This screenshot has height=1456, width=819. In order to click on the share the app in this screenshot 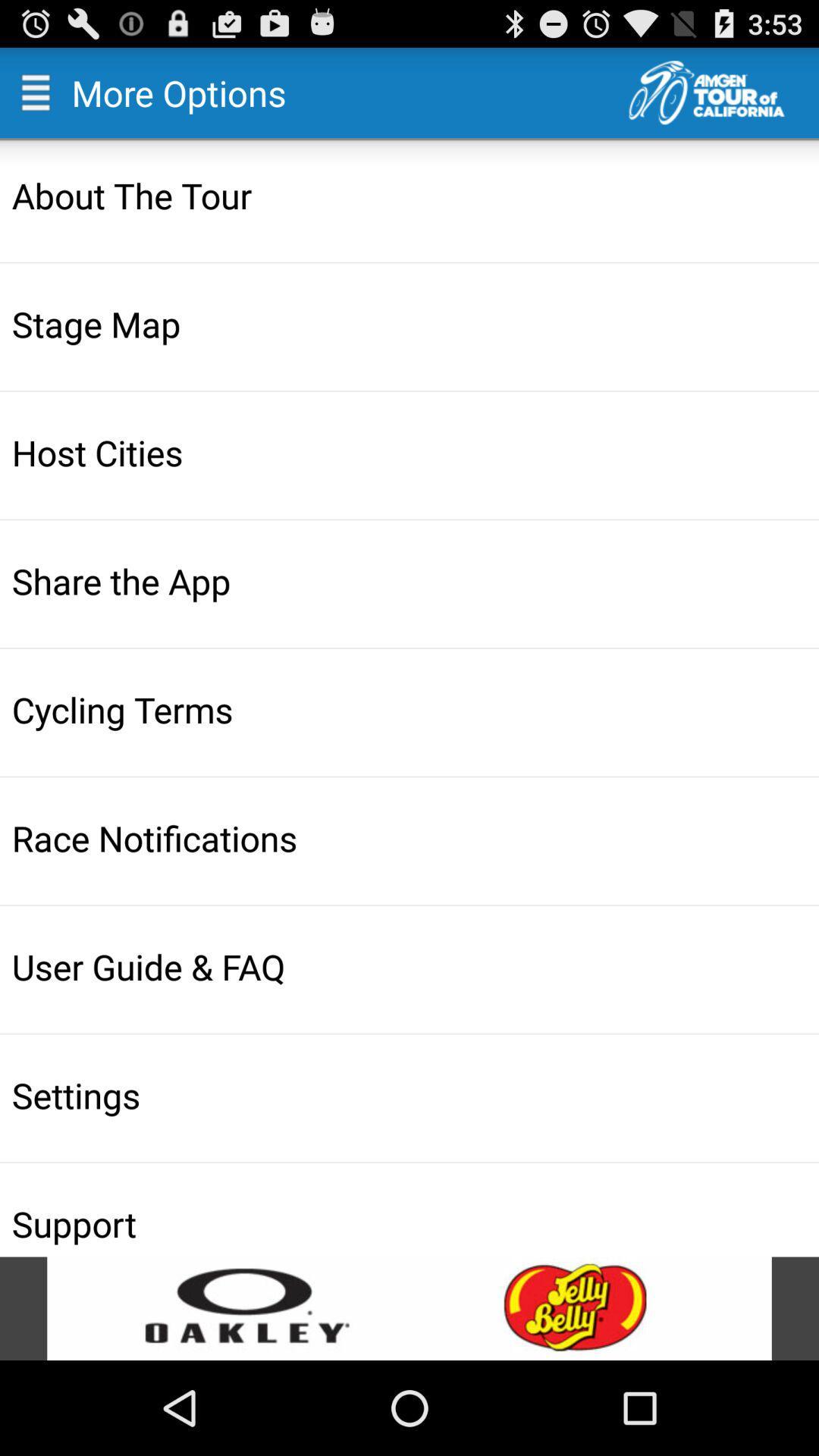, I will do `click(411, 580)`.